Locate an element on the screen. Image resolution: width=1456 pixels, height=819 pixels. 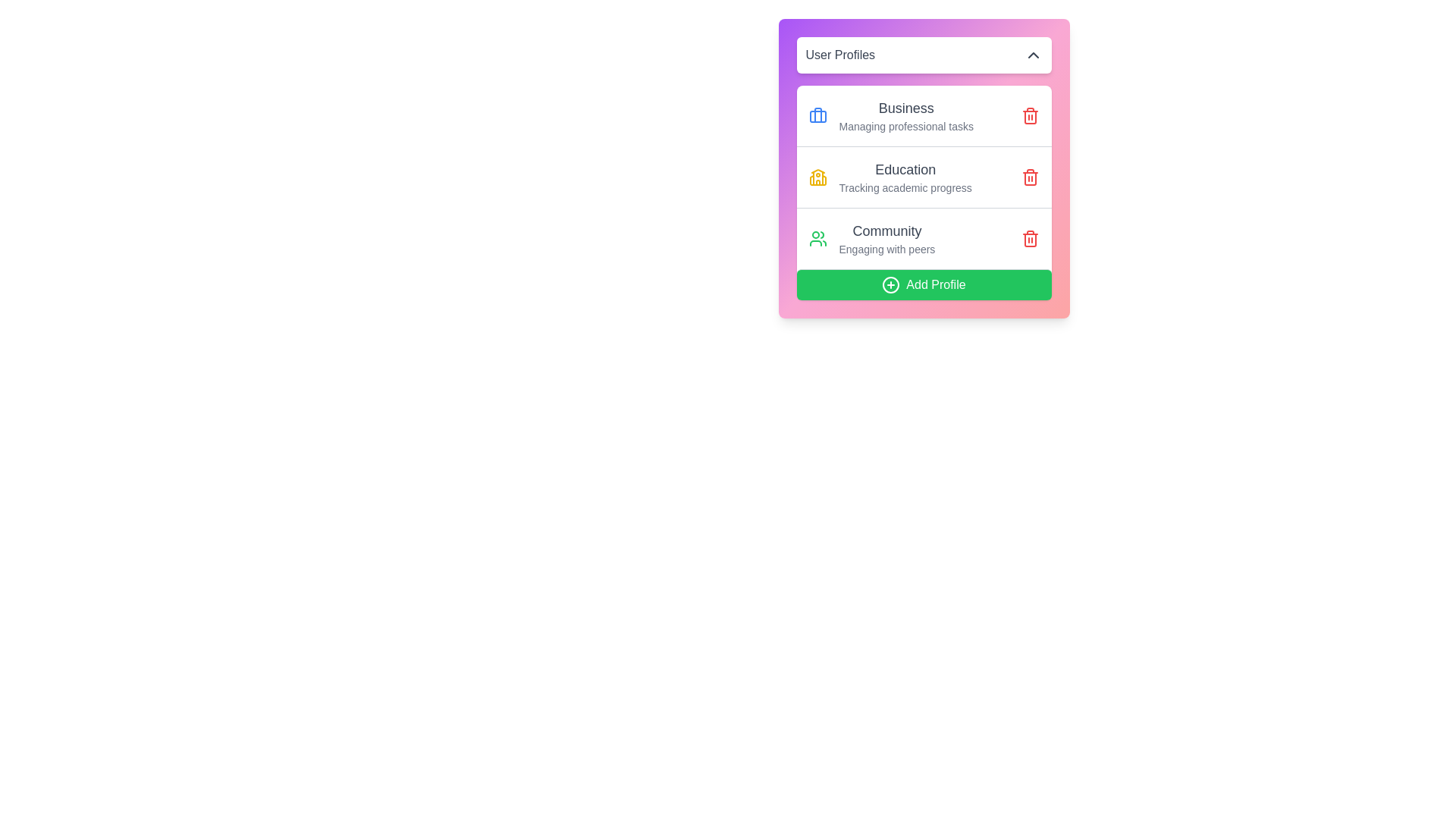
the static text label that reads 'Tracking academic progress', which is positioned directly beneath the 'Education' label is located at coordinates (905, 187).